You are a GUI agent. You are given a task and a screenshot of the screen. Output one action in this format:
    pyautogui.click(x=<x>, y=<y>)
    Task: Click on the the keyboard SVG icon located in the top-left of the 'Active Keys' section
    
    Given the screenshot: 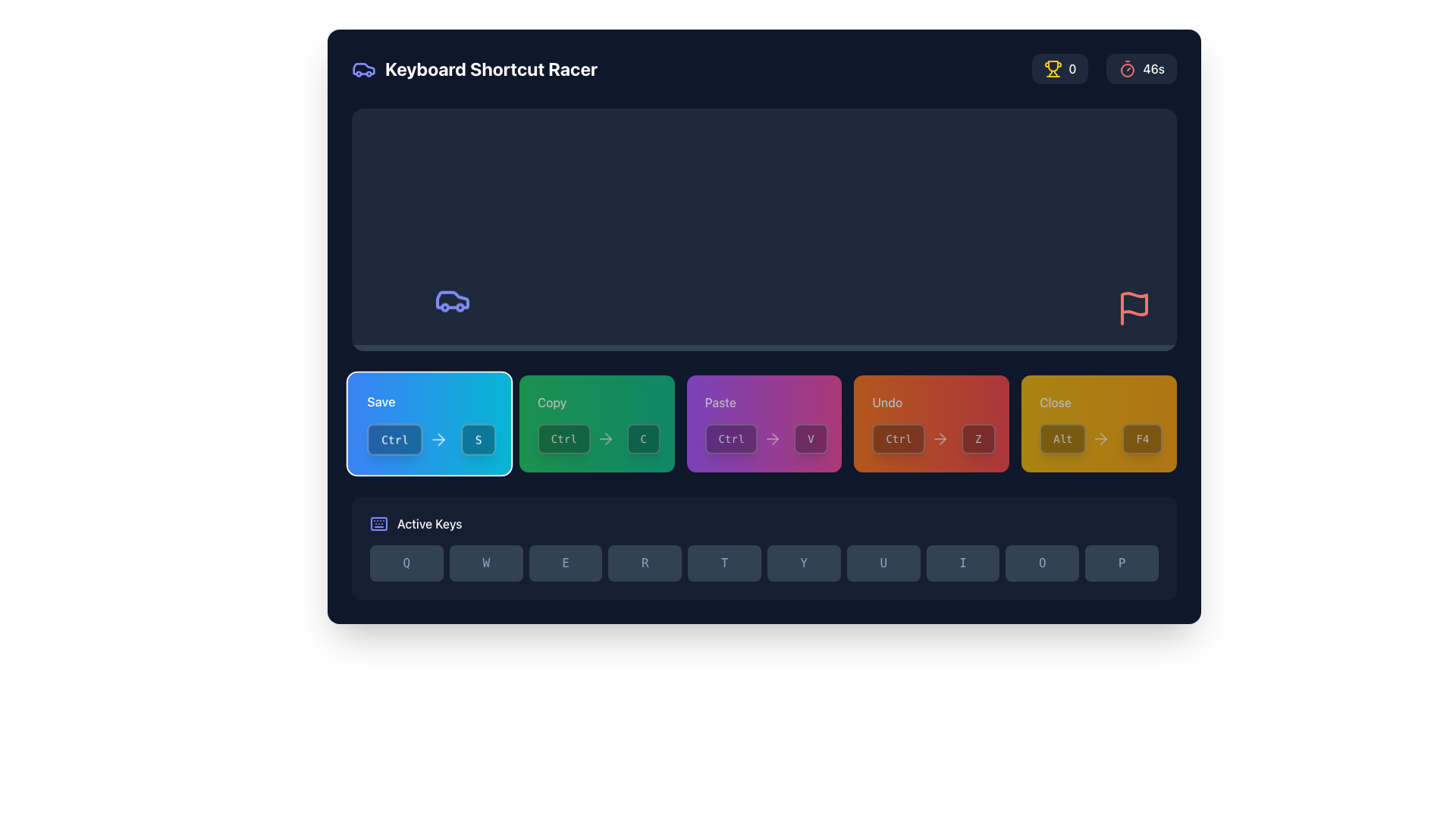 What is the action you would take?
    pyautogui.click(x=378, y=522)
    